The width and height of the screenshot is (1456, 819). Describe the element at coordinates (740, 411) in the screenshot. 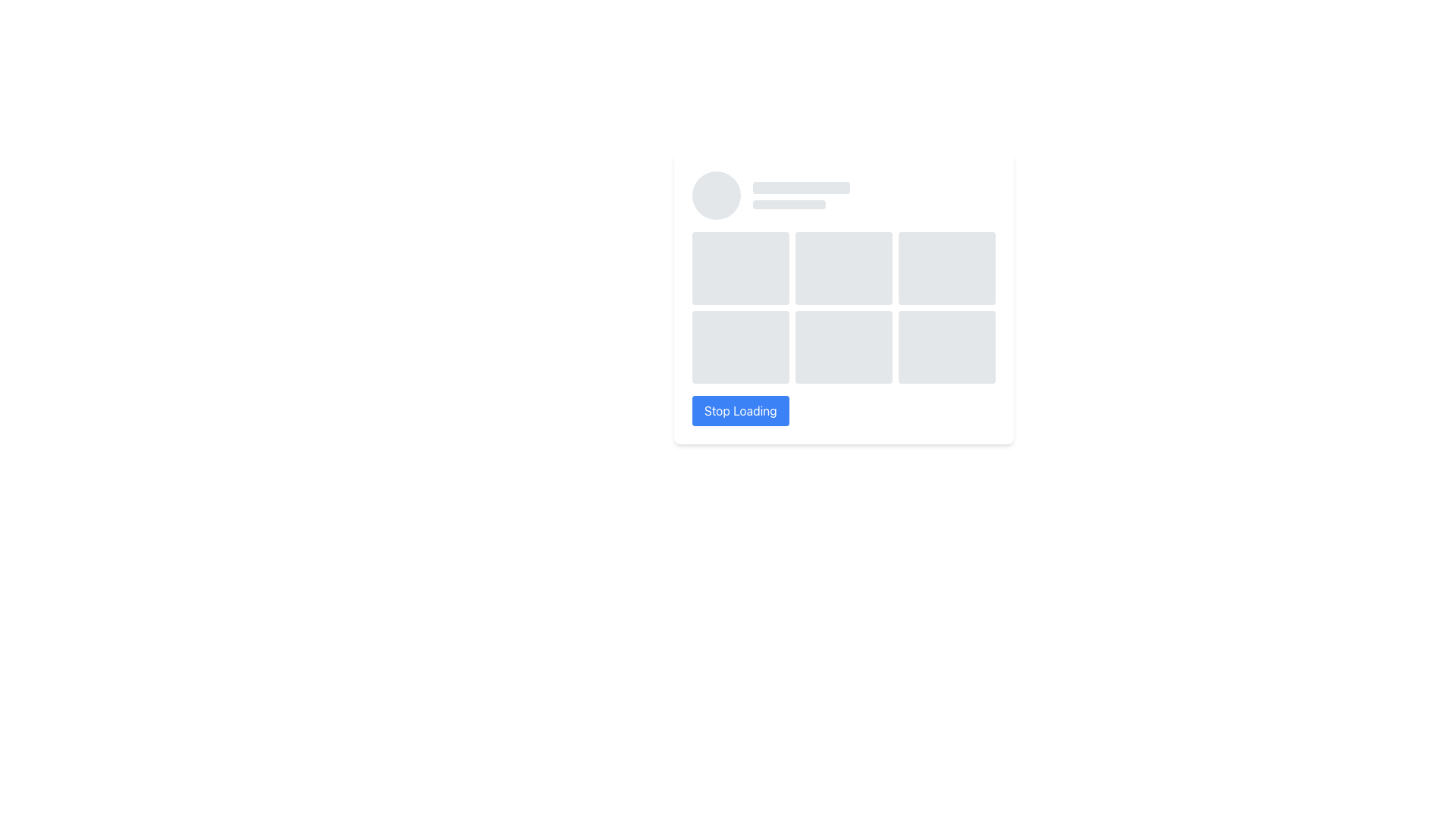

I see `the stop button located in the lower section of the module interface to halt the loading process` at that location.